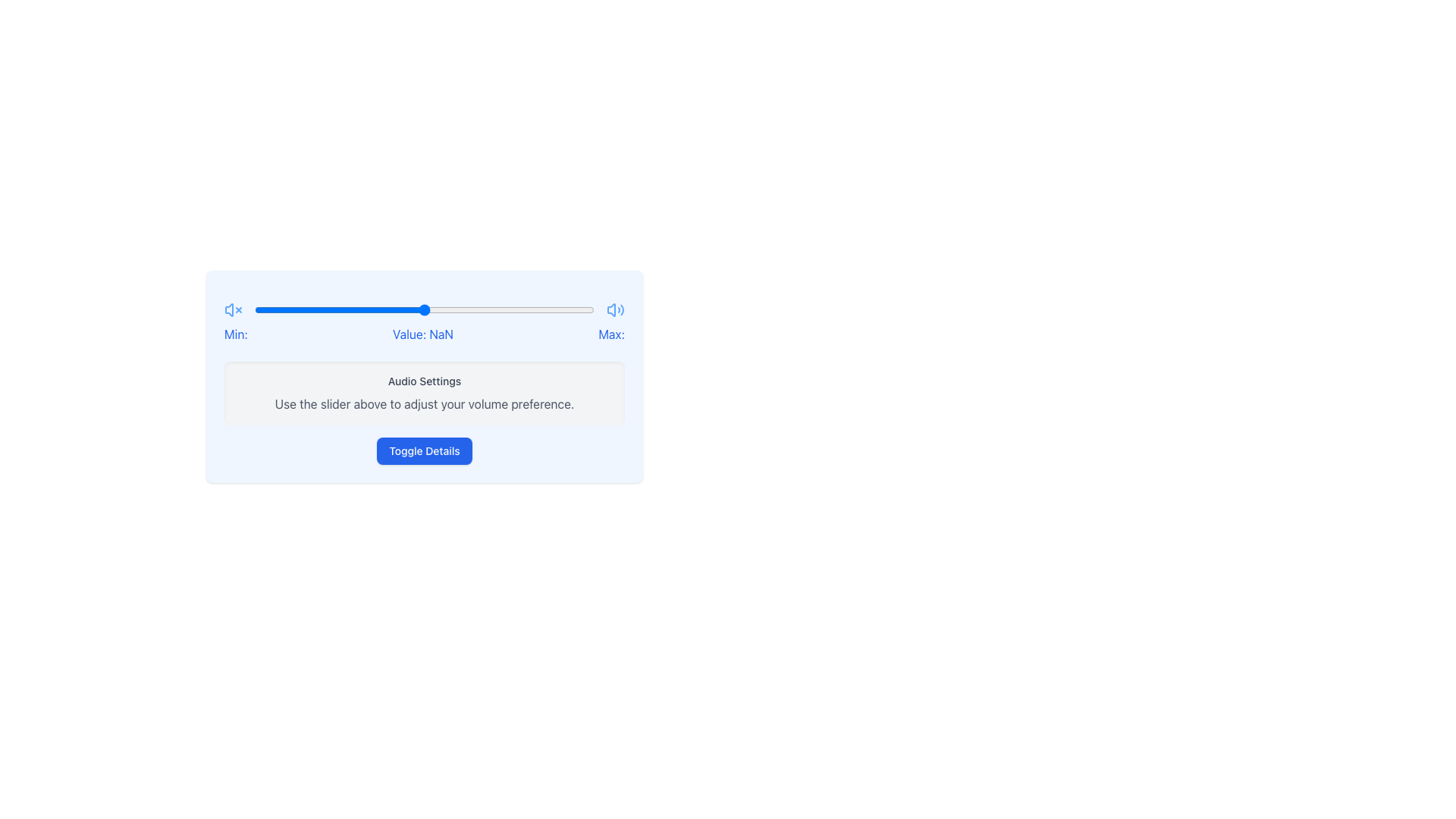 This screenshot has height=819, width=1456. Describe the element at coordinates (315, 309) in the screenshot. I see `the slider` at that location.